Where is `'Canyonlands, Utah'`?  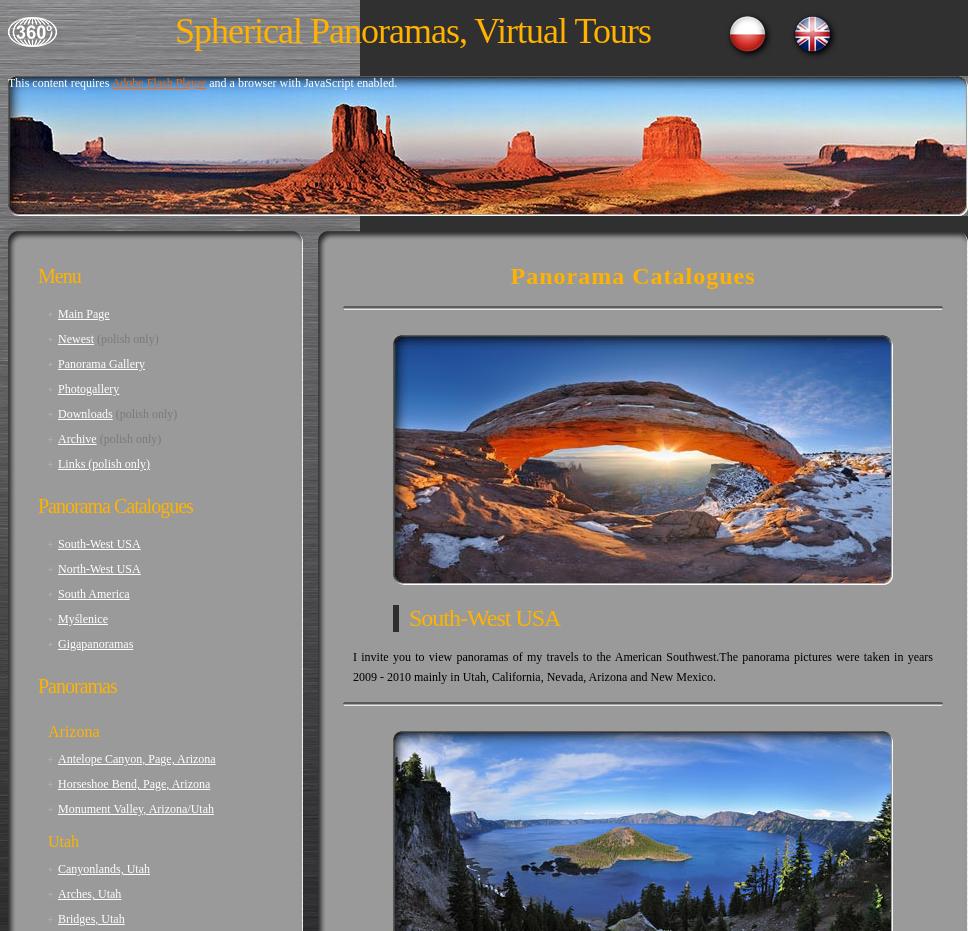
'Canyonlands, Utah' is located at coordinates (103, 868).